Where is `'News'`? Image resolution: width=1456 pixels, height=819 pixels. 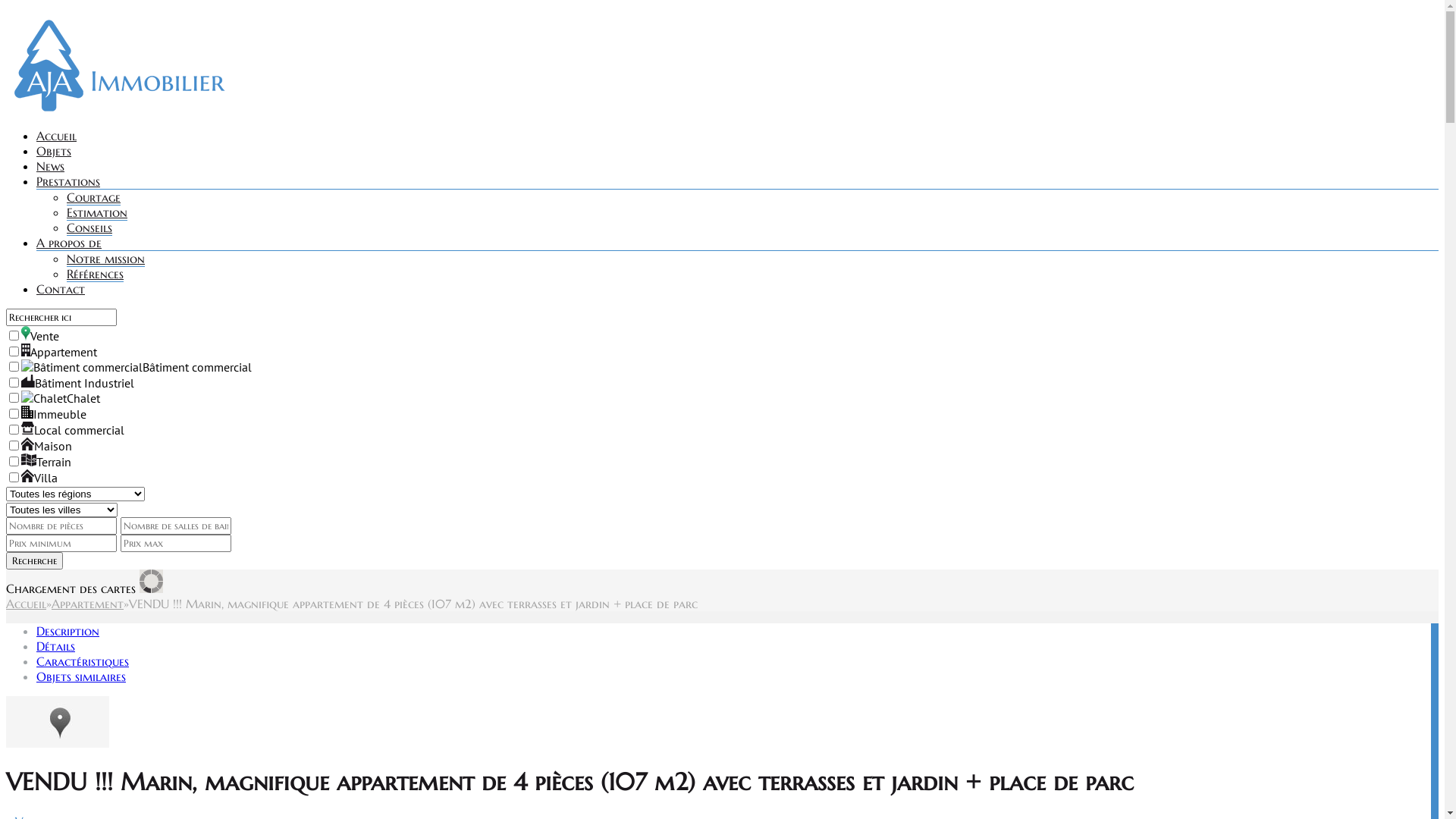 'News' is located at coordinates (50, 166).